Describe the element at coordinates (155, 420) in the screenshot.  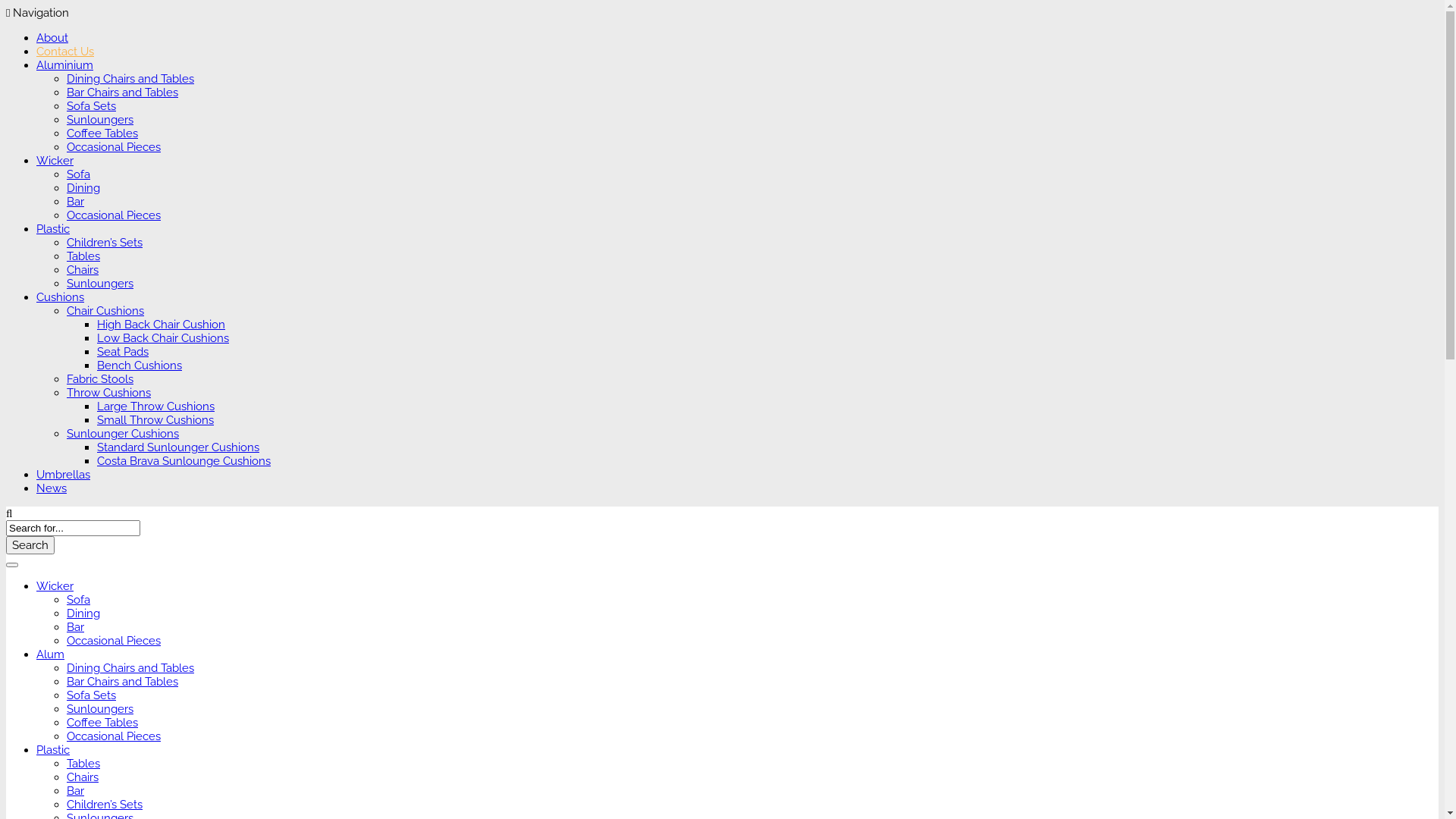
I see `'Small Throw Cushions'` at that location.